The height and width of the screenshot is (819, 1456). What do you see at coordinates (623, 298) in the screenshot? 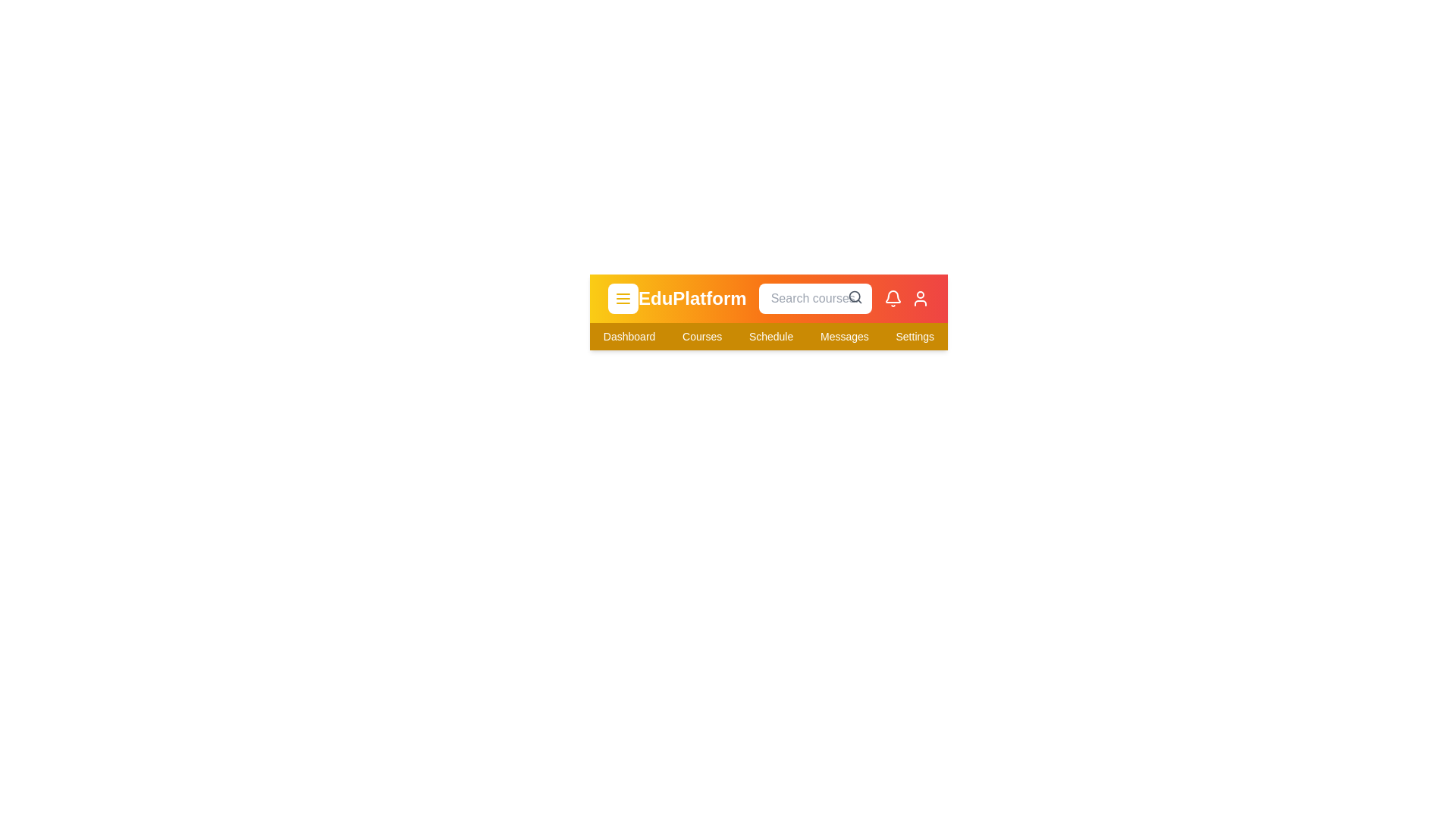
I see `the menu button to toggle the menu visibility` at bounding box center [623, 298].